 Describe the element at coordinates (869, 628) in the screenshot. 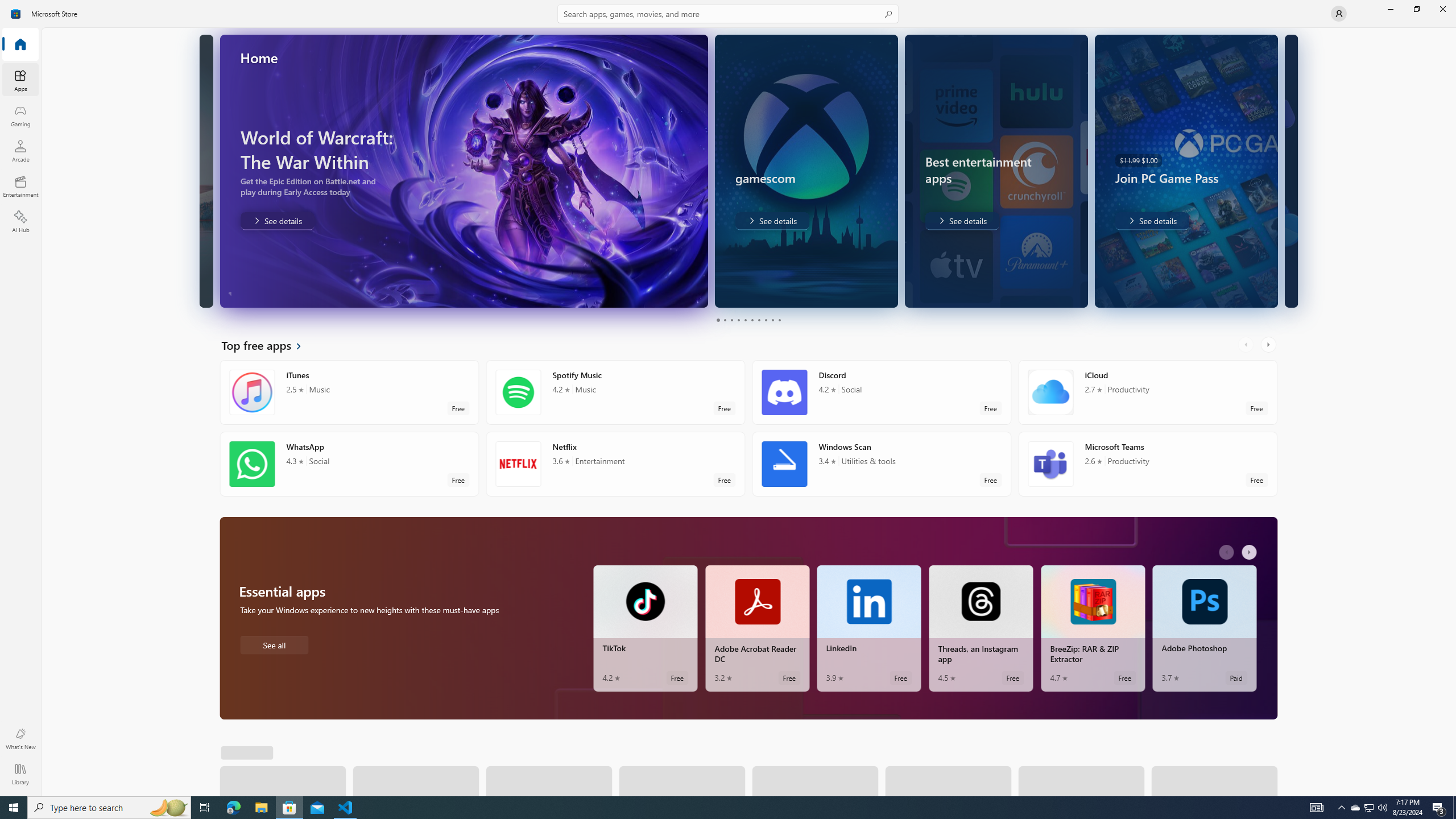

I see `'LinkedIn. Average rating of 3.9 out of five stars. Free  '` at that location.